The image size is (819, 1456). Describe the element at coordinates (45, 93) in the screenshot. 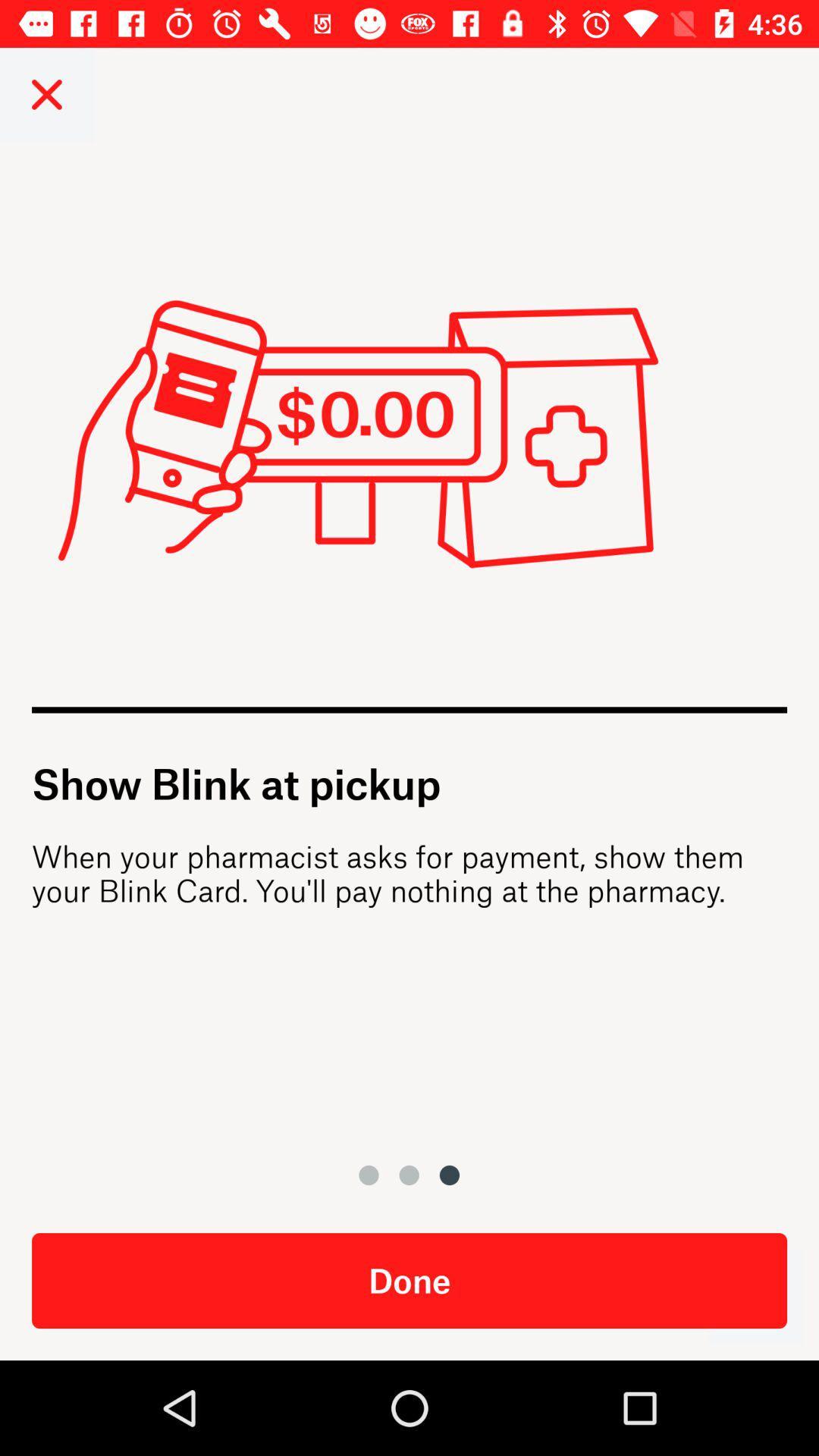

I see `page` at that location.